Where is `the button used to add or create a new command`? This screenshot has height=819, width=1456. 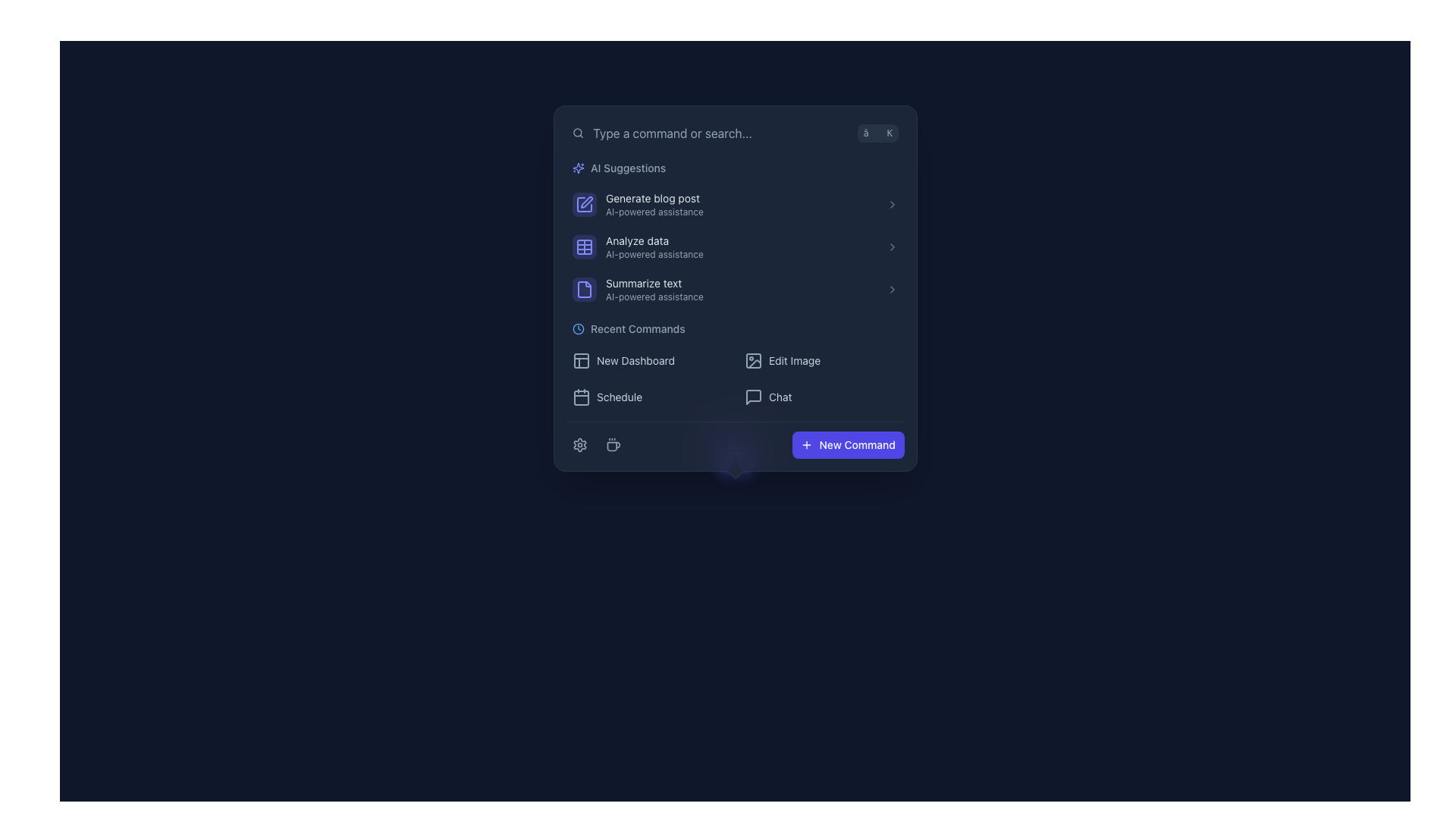
the button used to add or create a new command is located at coordinates (847, 444).